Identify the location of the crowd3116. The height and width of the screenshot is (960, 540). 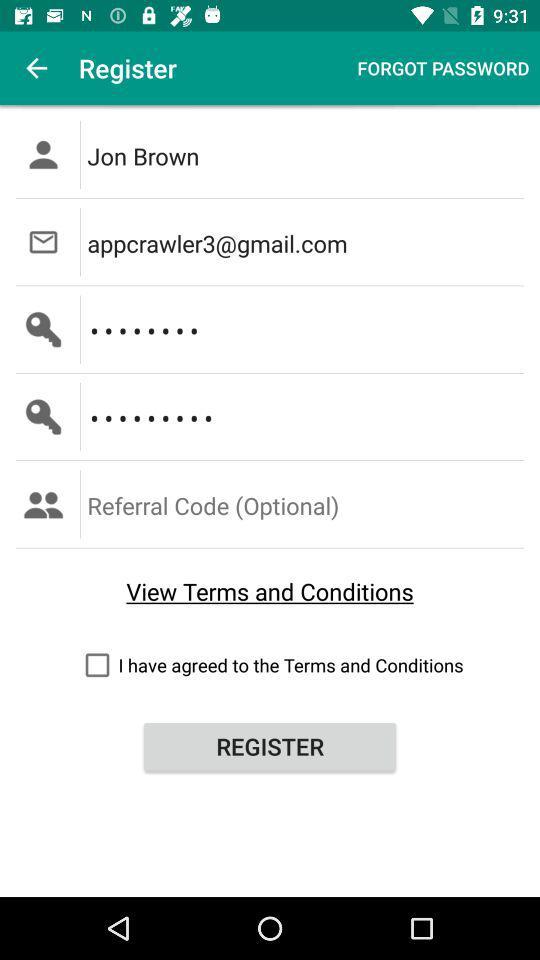
(307, 416).